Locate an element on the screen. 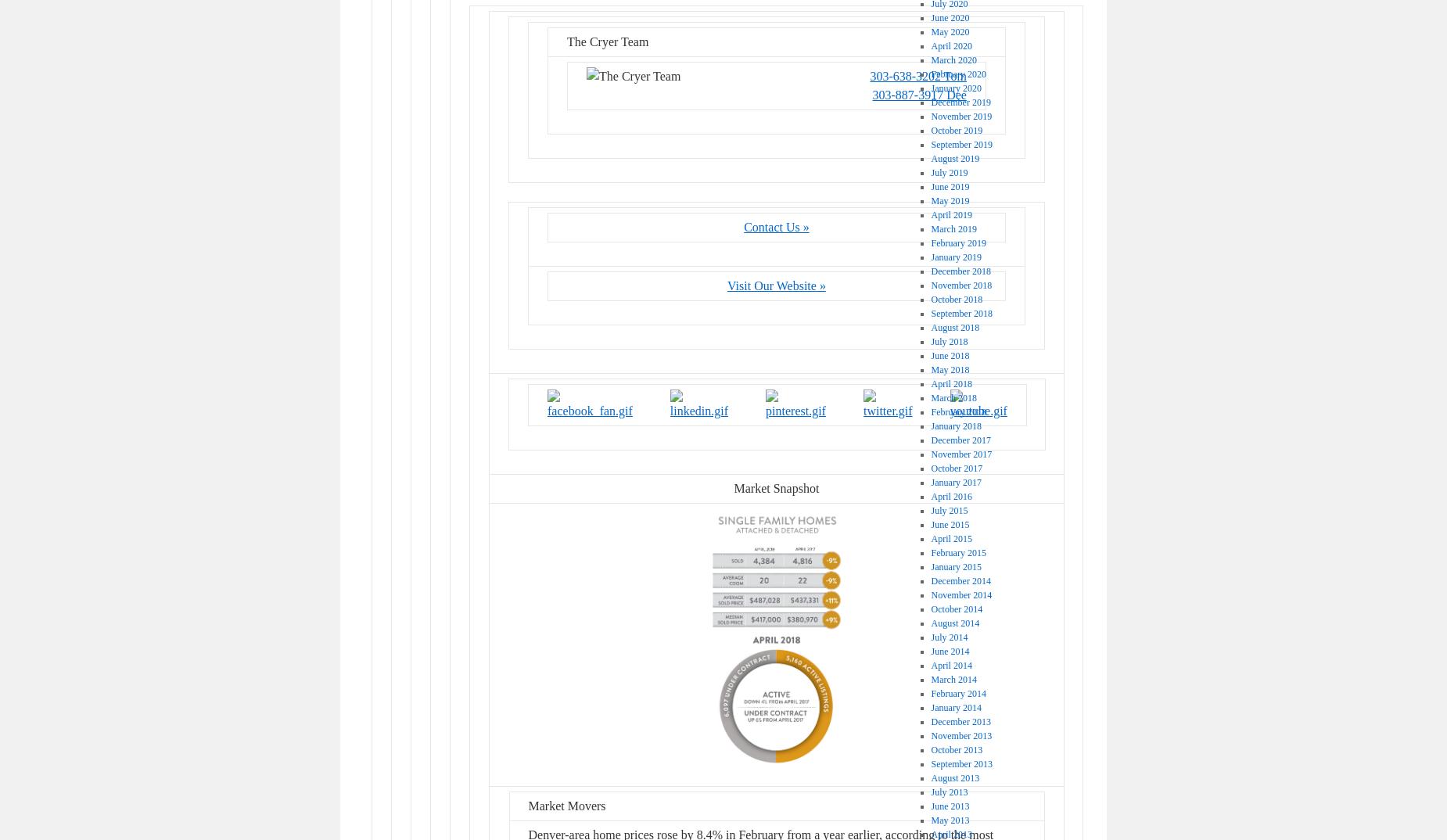 The image size is (1447, 840). 'June 2018' is located at coordinates (949, 354).